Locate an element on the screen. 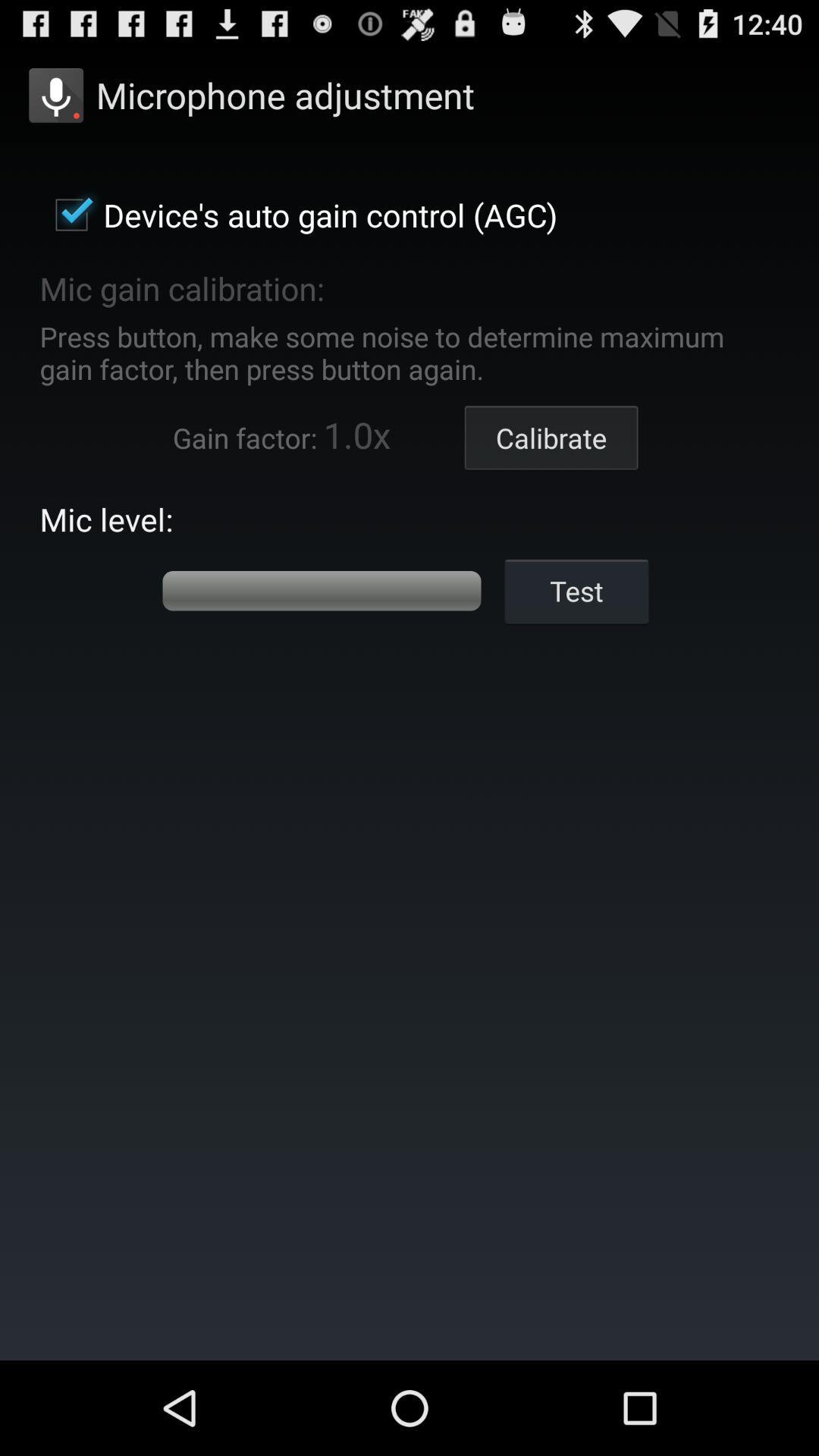 This screenshot has height=1456, width=819. device s auto item is located at coordinates (298, 214).